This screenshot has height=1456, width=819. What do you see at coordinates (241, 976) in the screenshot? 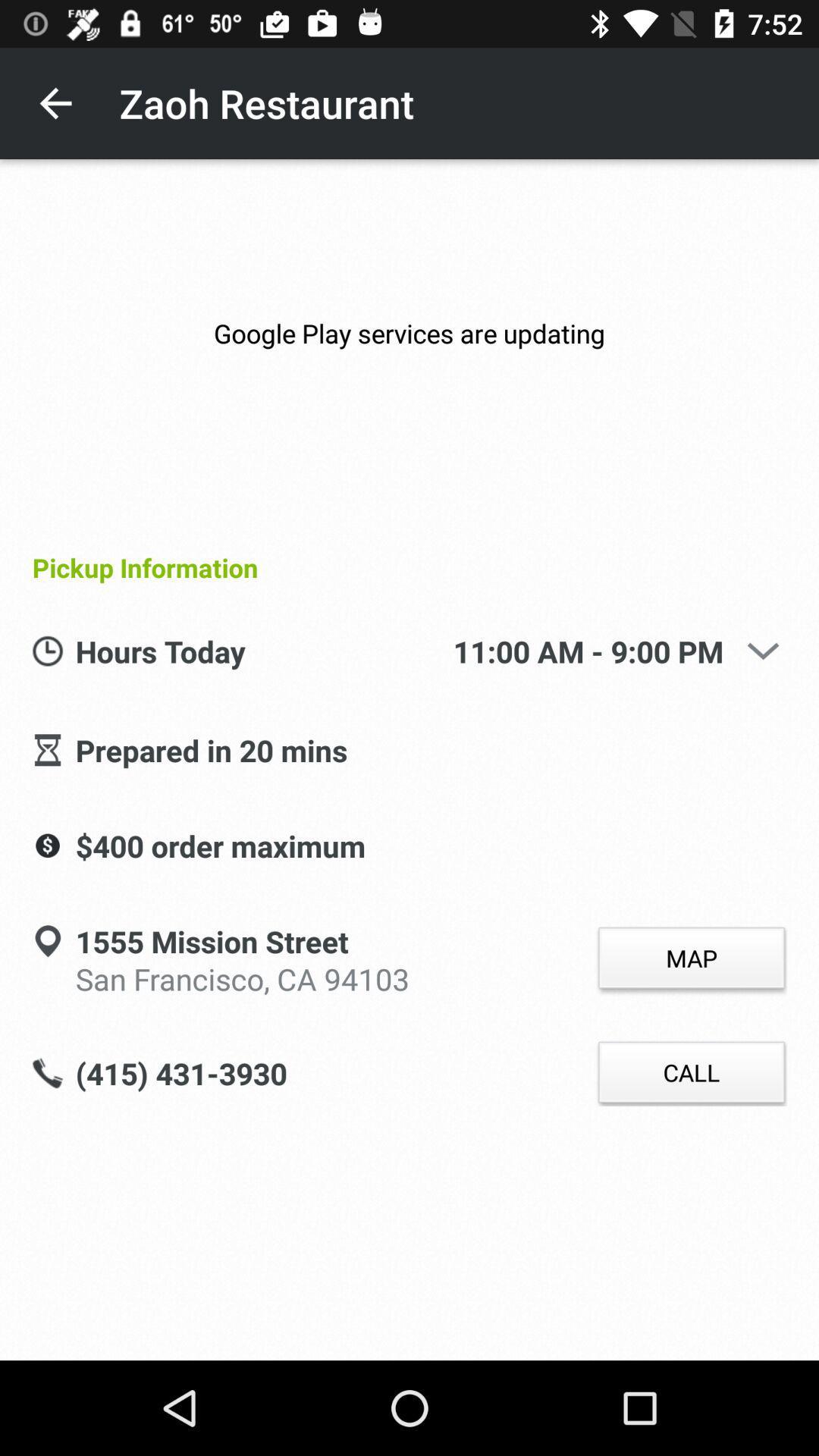
I see `the item below $400 order maximum item` at bounding box center [241, 976].